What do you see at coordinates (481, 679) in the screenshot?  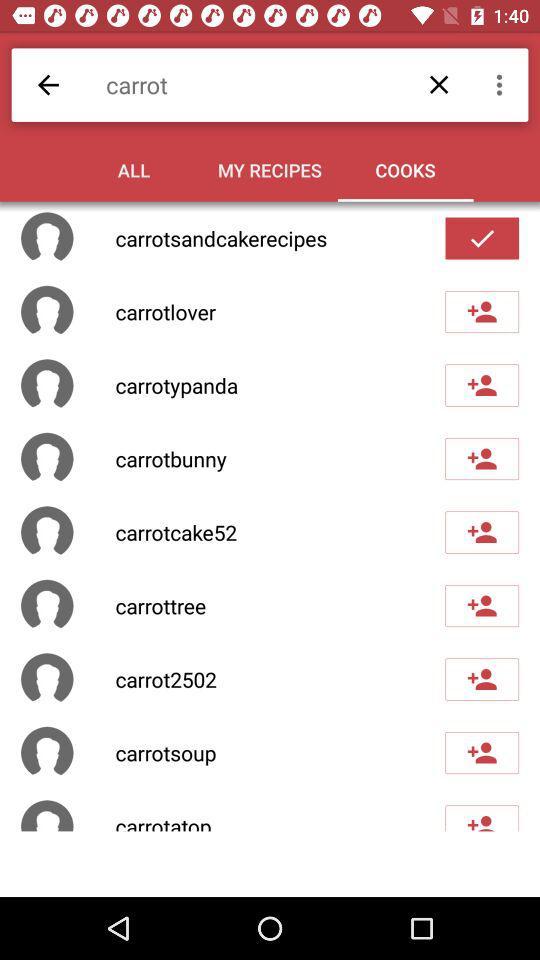 I see `user carrot2502 to cooks` at bounding box center [481, 679].